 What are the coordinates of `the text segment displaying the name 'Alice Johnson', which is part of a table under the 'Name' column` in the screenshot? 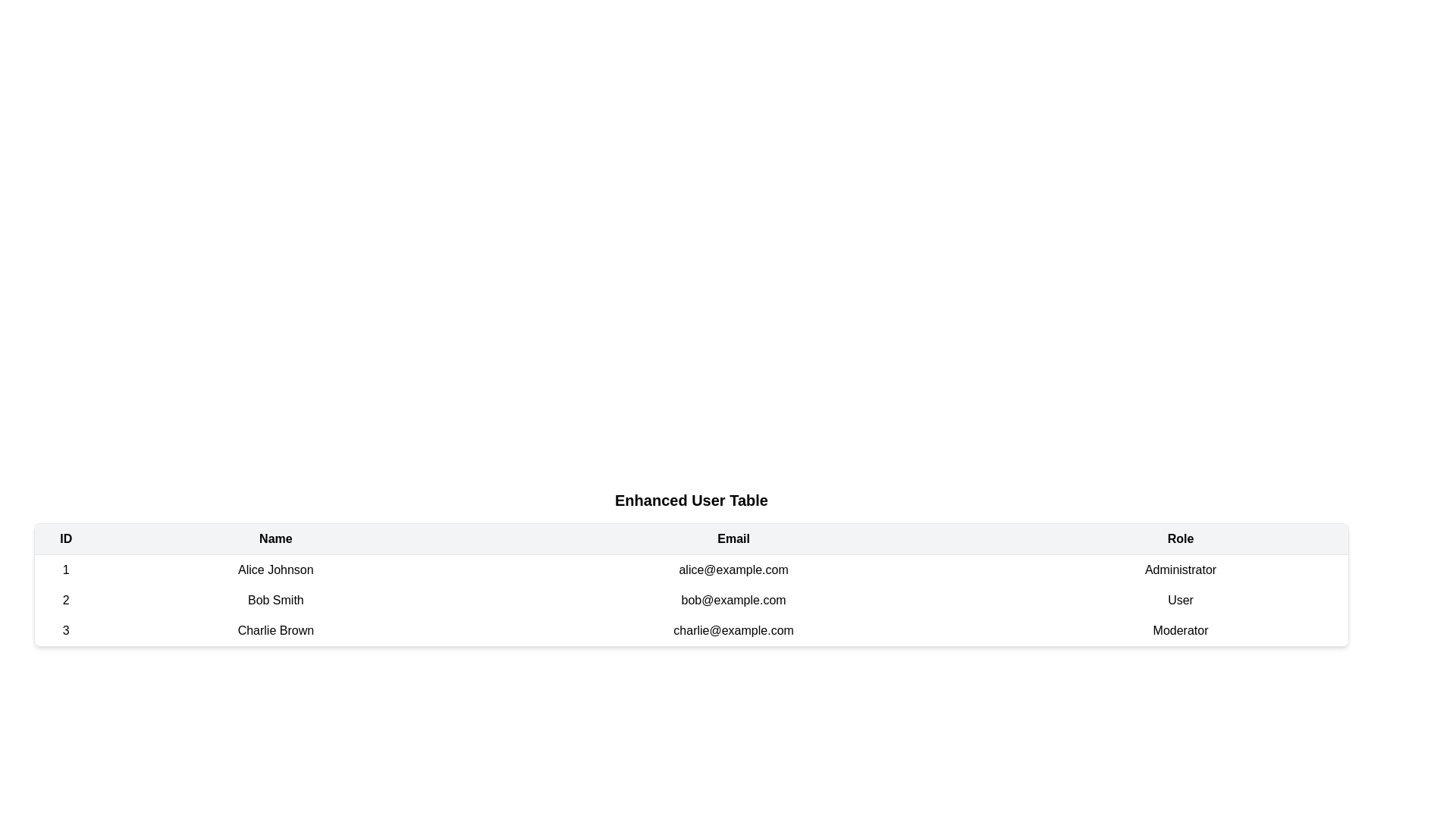 It's located at (275, 570).